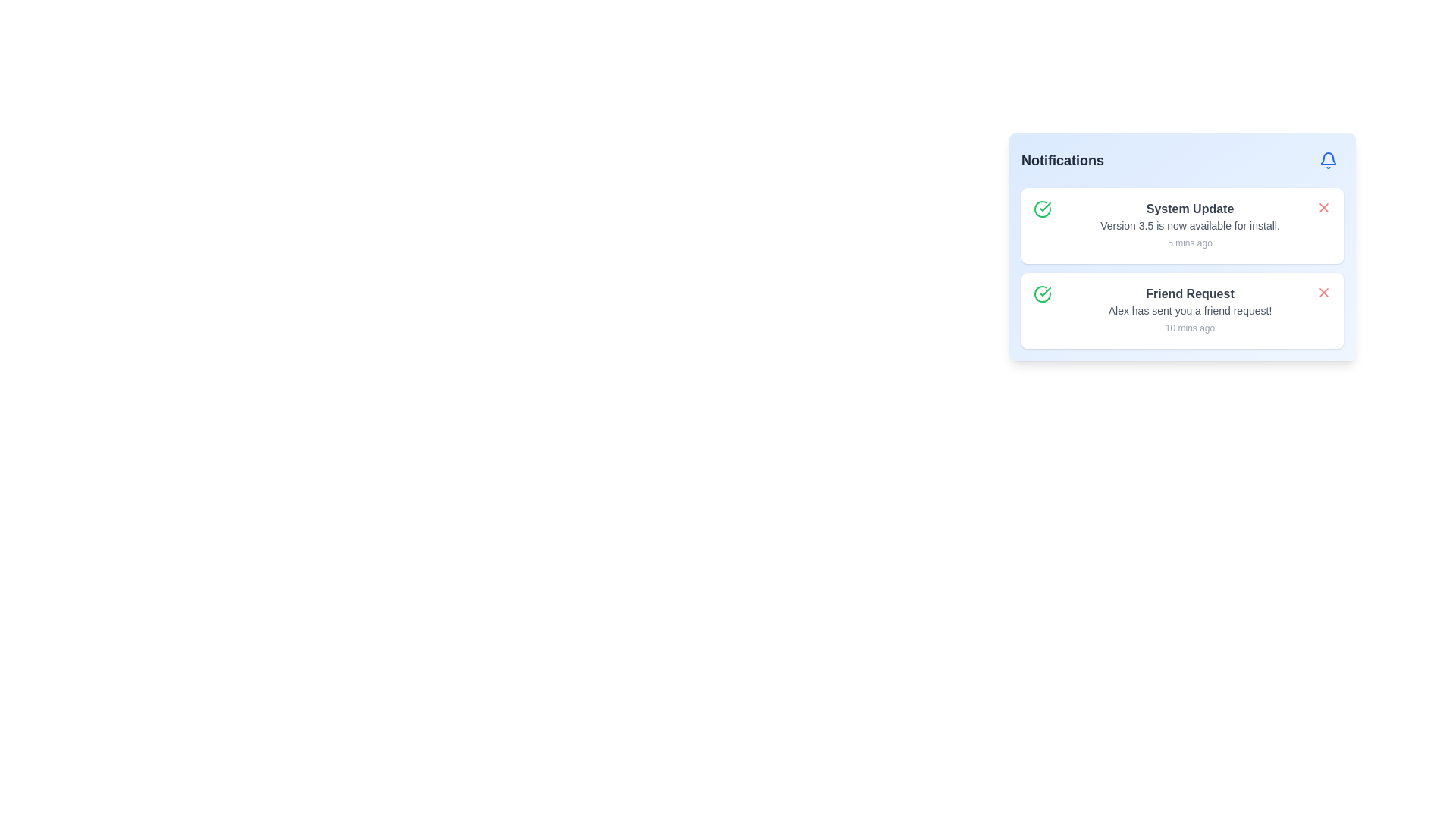  I want to click on the decorative graphical element that visually indicates validation or success status, located at the leftmost part of the lower notification card in the notification panel, so click(1041, 294).